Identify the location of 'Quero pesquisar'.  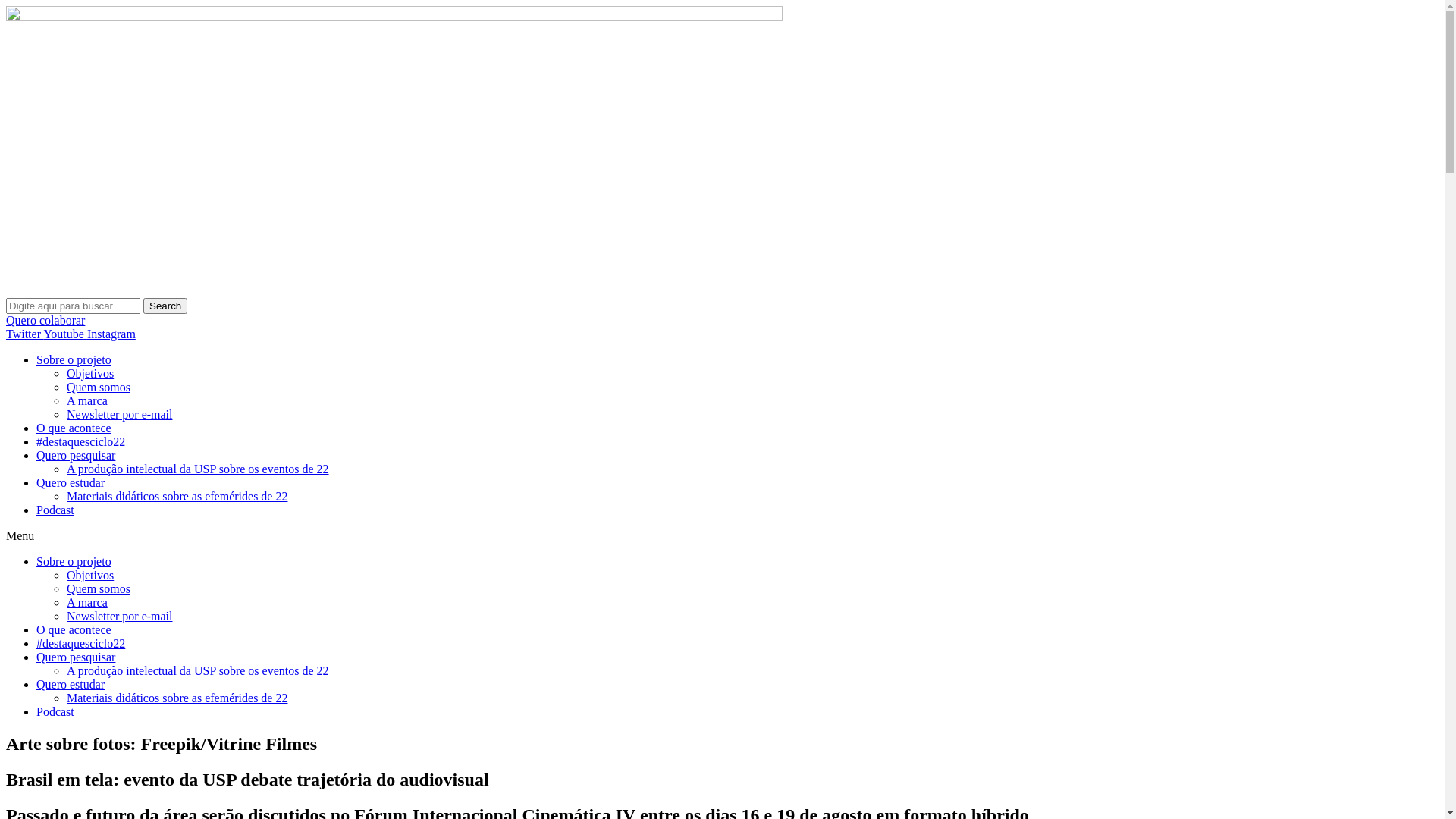
(75, 656).